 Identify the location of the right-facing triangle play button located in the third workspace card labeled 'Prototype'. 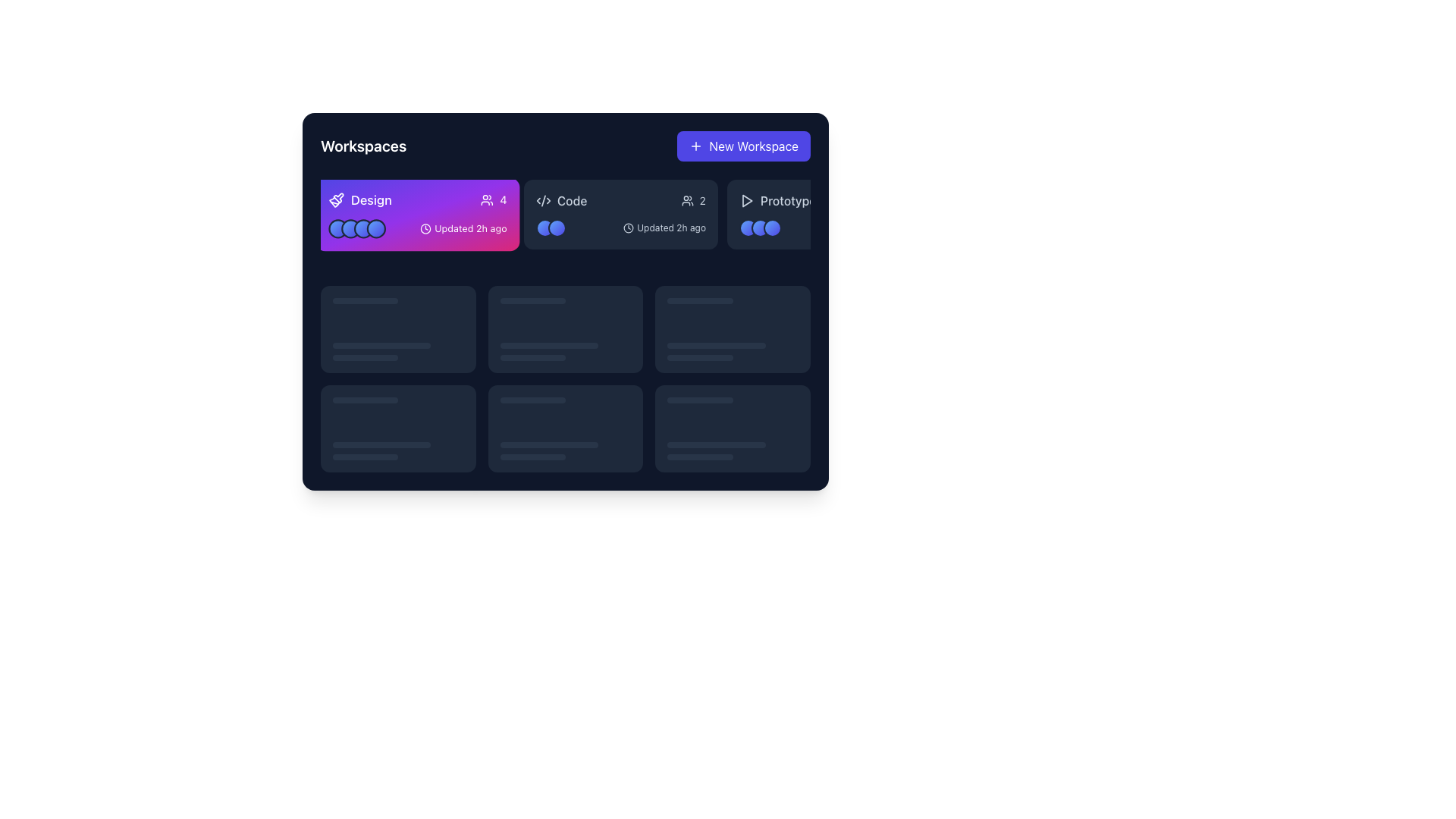
(747, 200).